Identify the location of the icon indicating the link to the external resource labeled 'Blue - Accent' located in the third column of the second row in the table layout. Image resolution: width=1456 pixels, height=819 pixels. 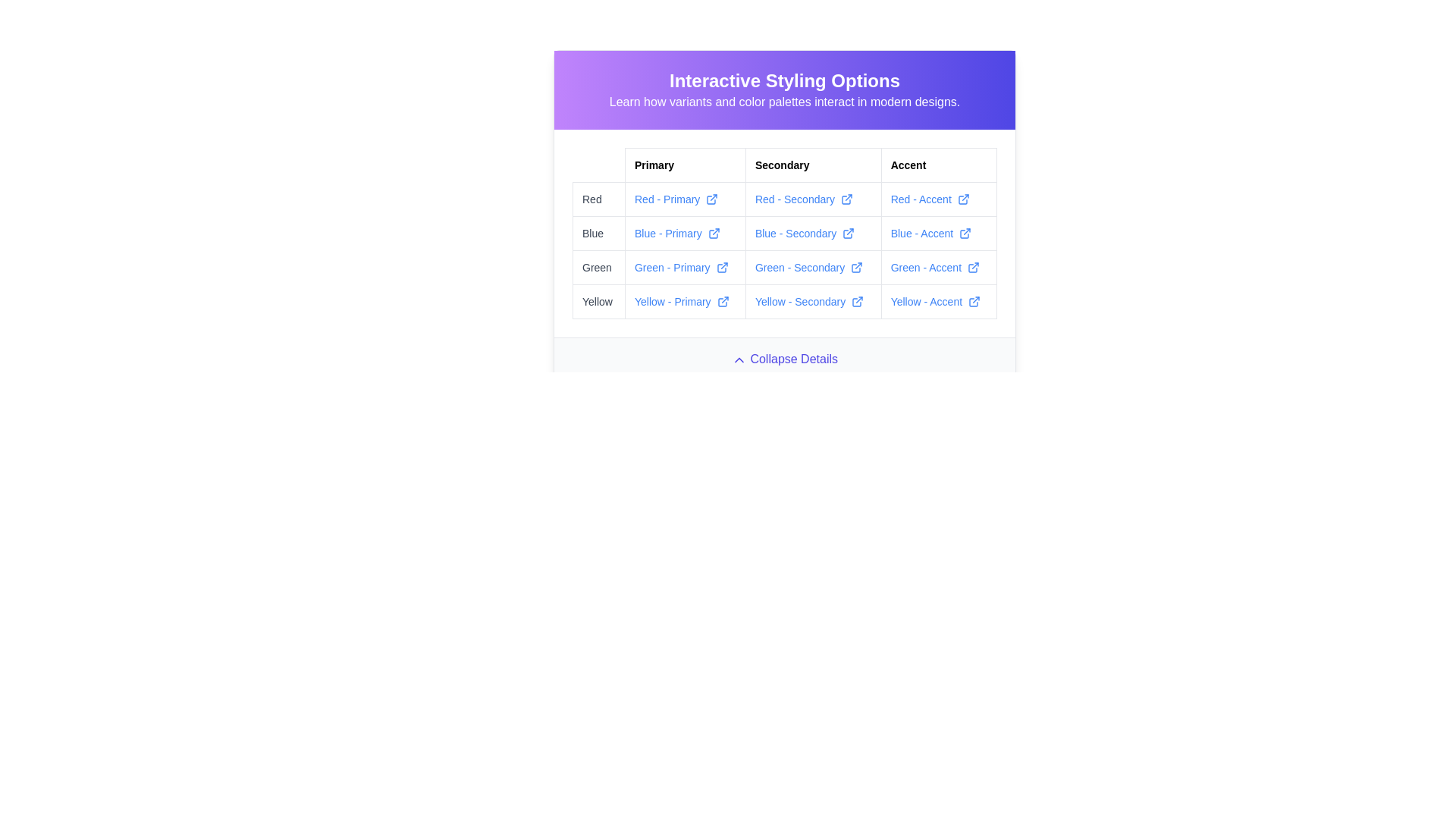
(965, 234).